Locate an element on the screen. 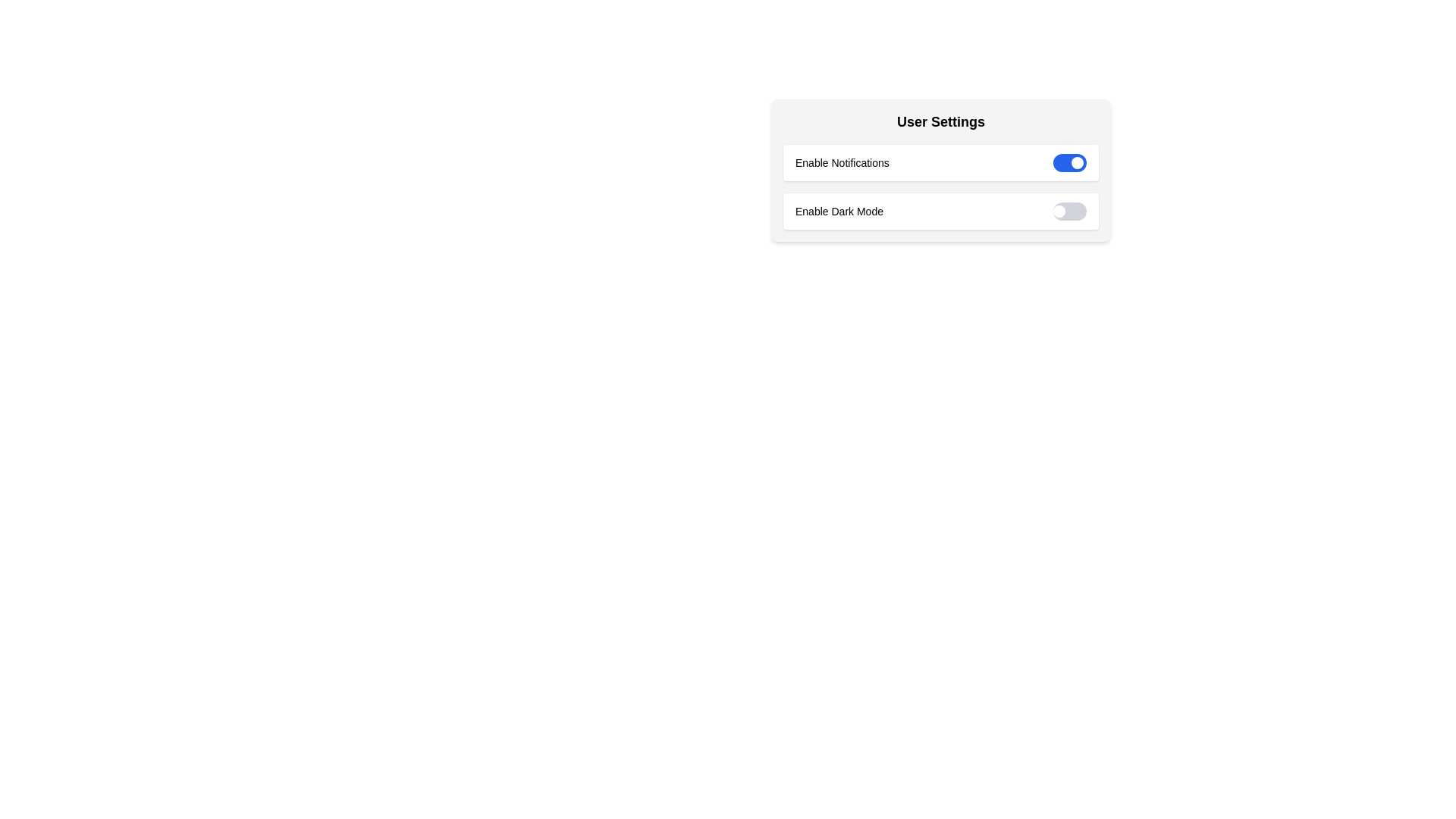 This screenshot has height=819, width=1456. the small white circular toggle thumb, which is located on the blue background of the toggle switch next is located at coordinates (1076, 163).